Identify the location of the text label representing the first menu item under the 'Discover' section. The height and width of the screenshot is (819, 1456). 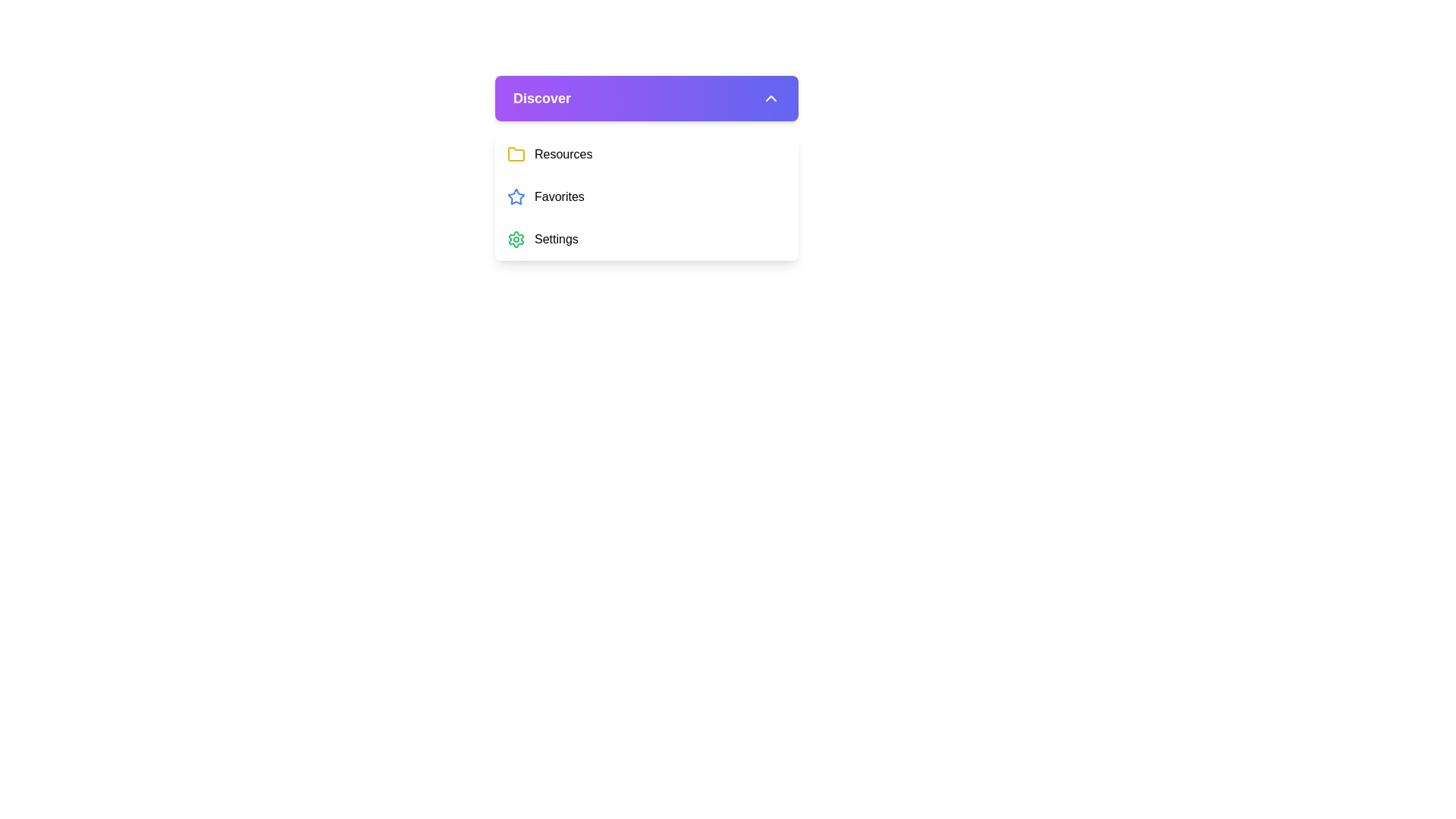
(563, 155).